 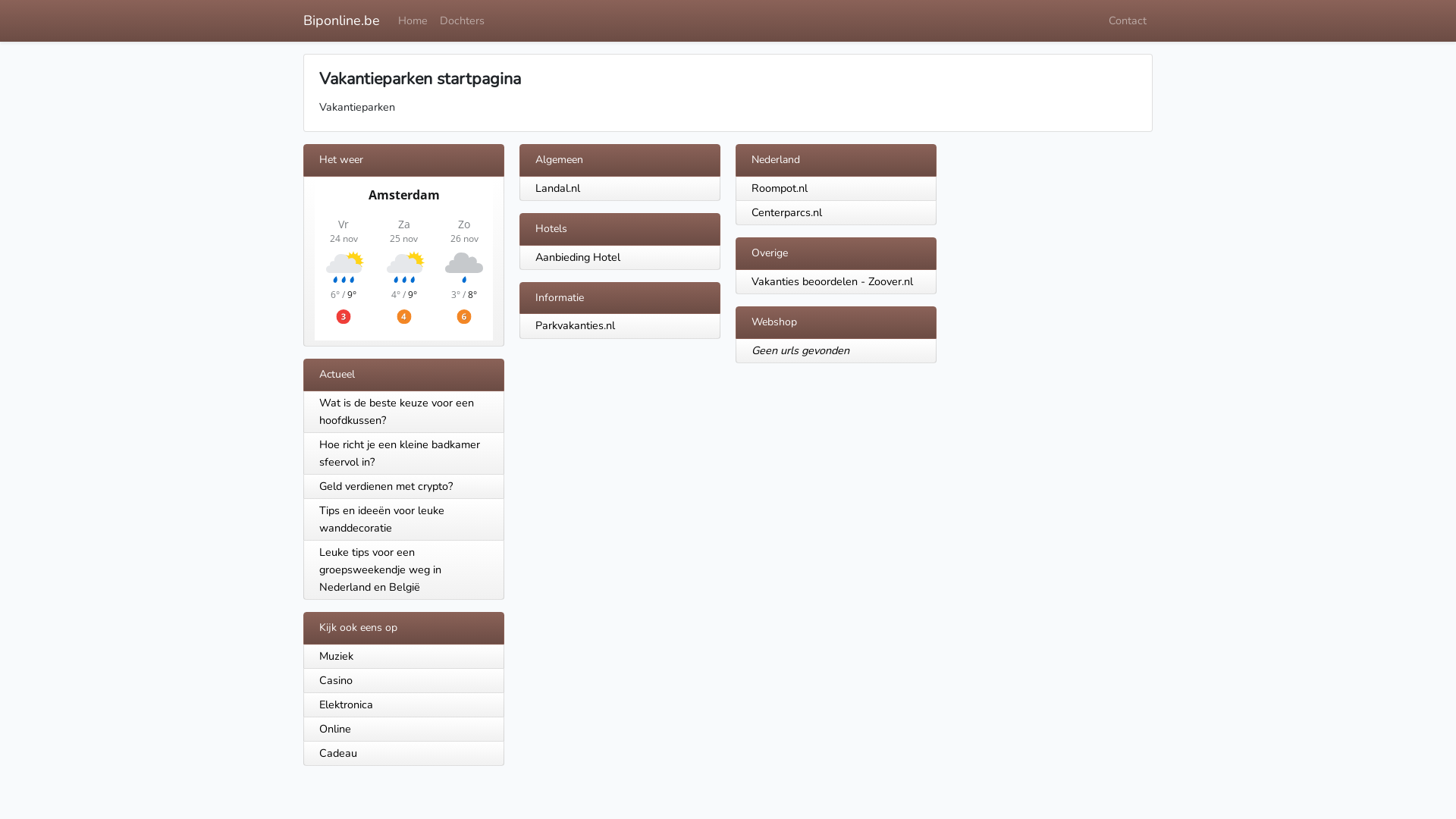 What do you see at coordinates (535, 256) in the screenshot?
I see `'Aanbieding Hotel'` at bounding box center [535, 256].